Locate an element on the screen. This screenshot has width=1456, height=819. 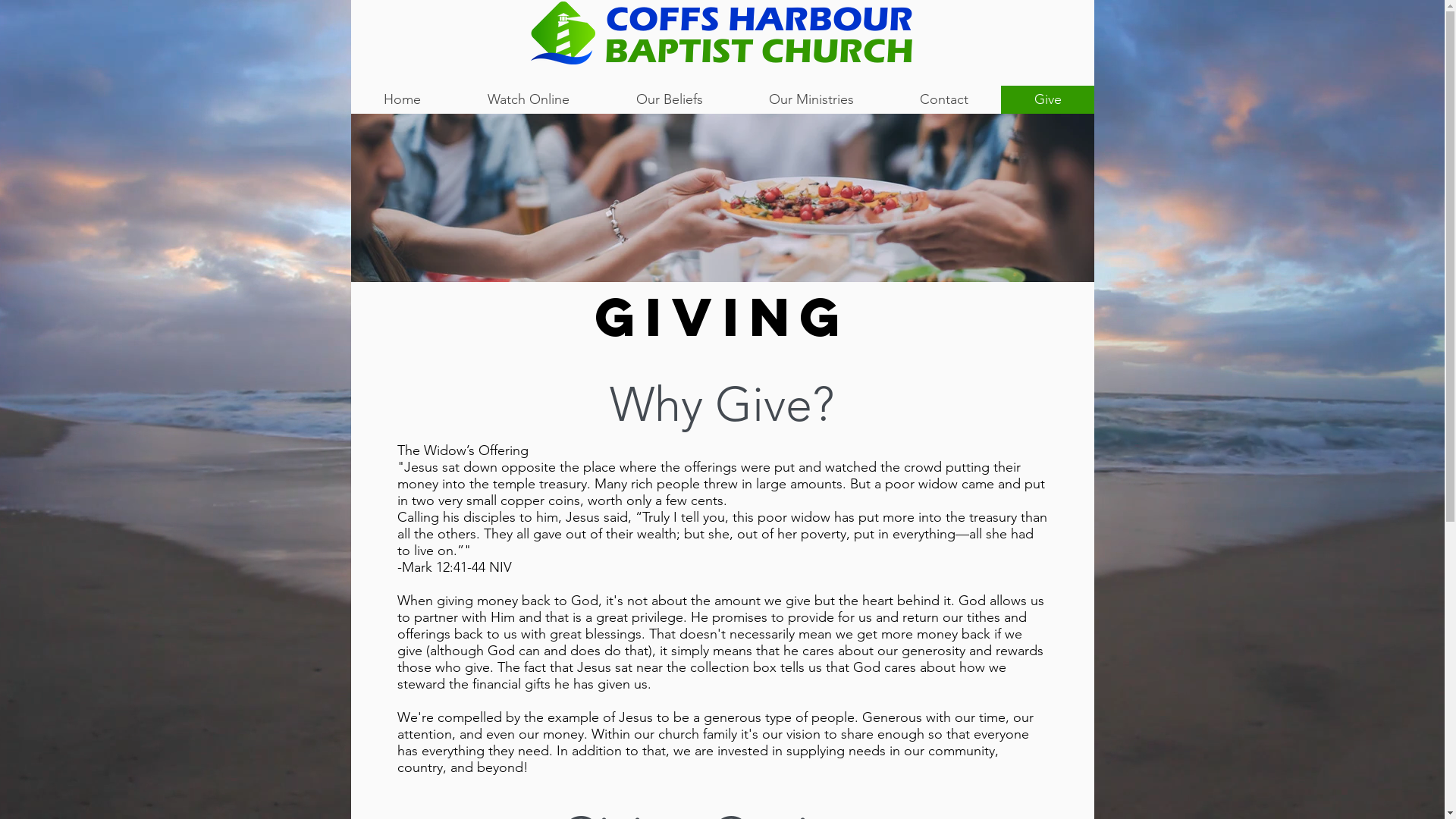
'Contact' is located at coordinates (942, 99).